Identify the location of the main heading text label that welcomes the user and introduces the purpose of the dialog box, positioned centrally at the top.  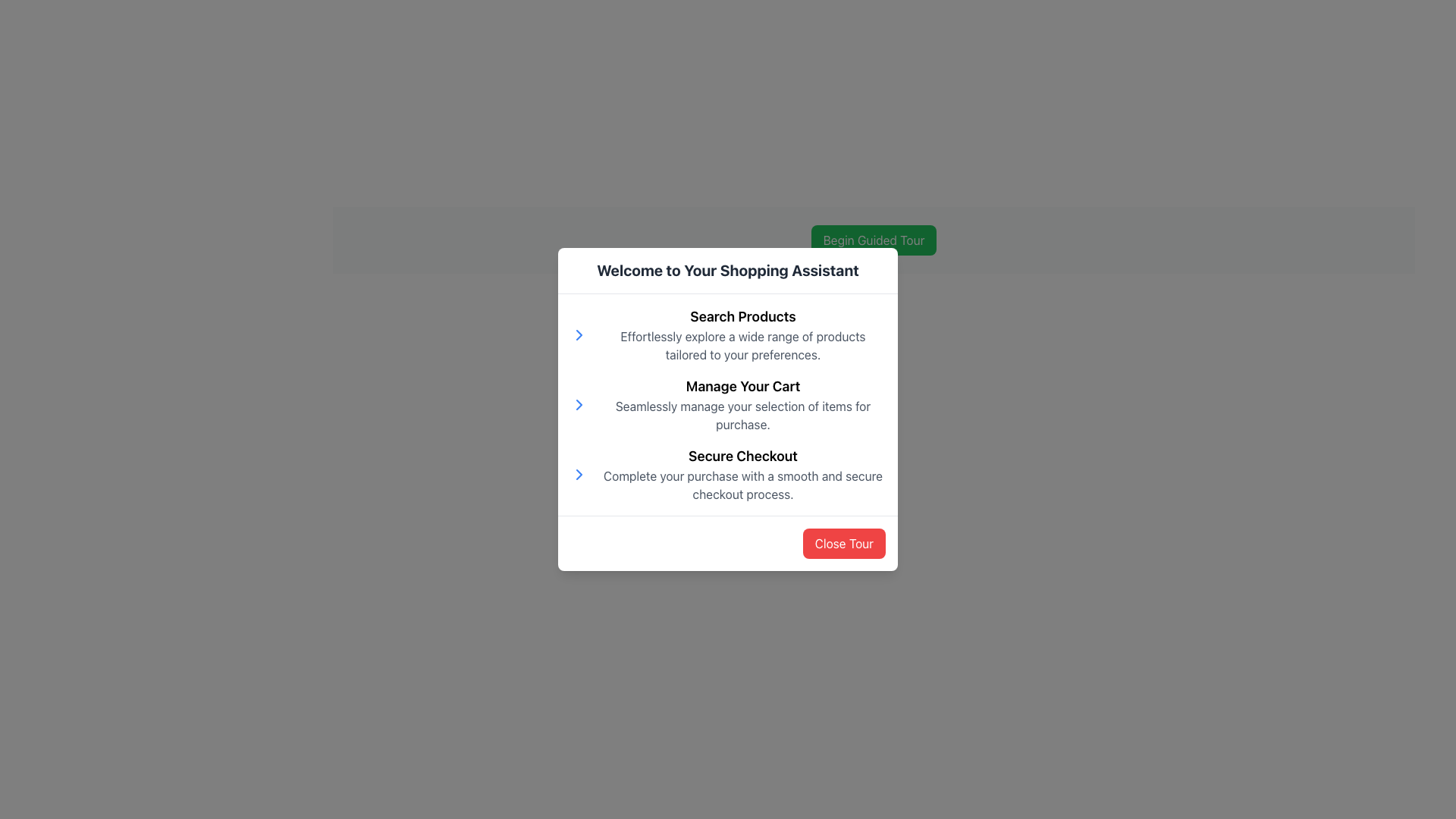
(728, 270).